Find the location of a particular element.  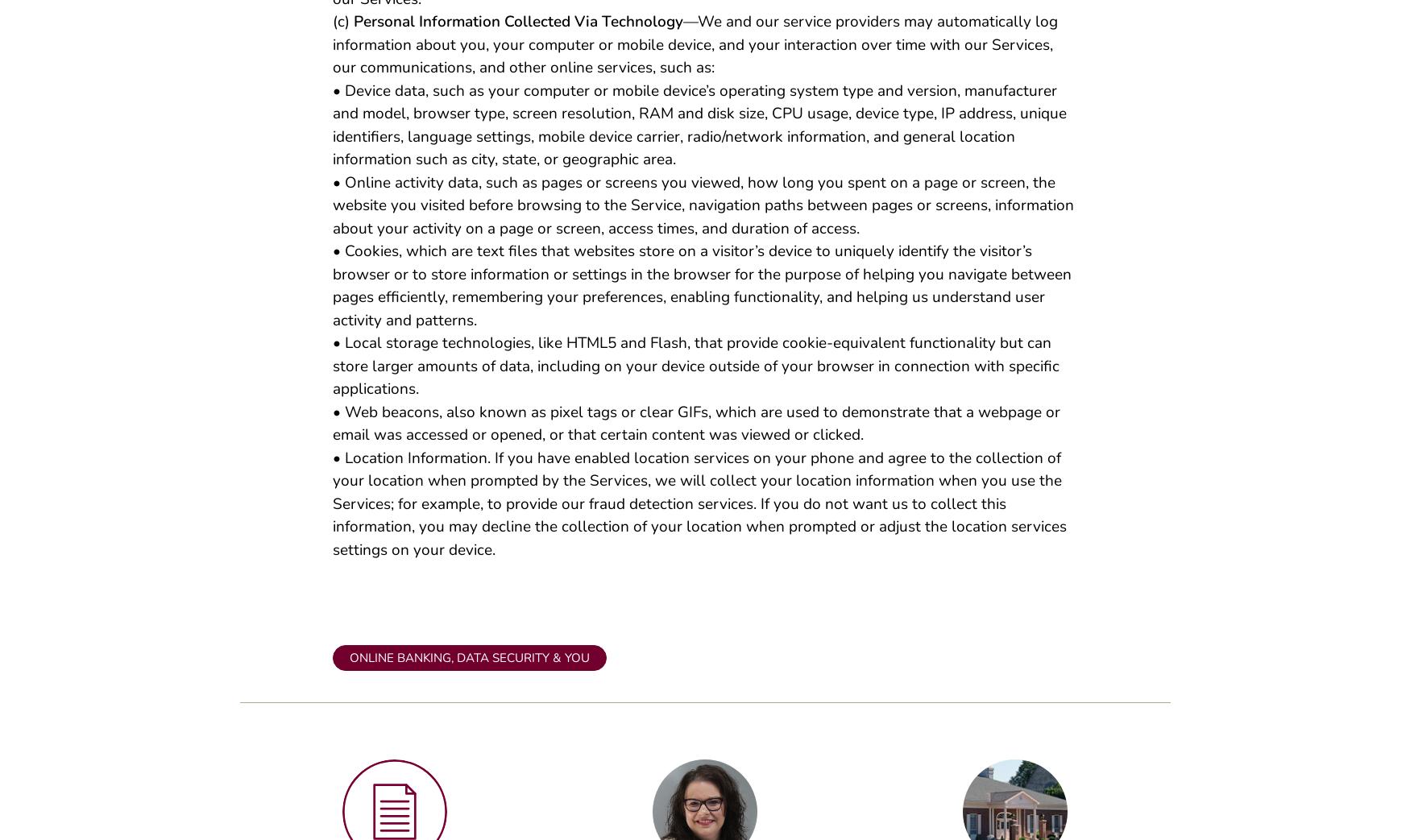

'• Web beacons, also known as pixel tags or clear GIFs, which are used to demonstrate that a webpage or email was accessed or opened, or that certain content was viewed or clicked.' is located at coordinates (695, 429).